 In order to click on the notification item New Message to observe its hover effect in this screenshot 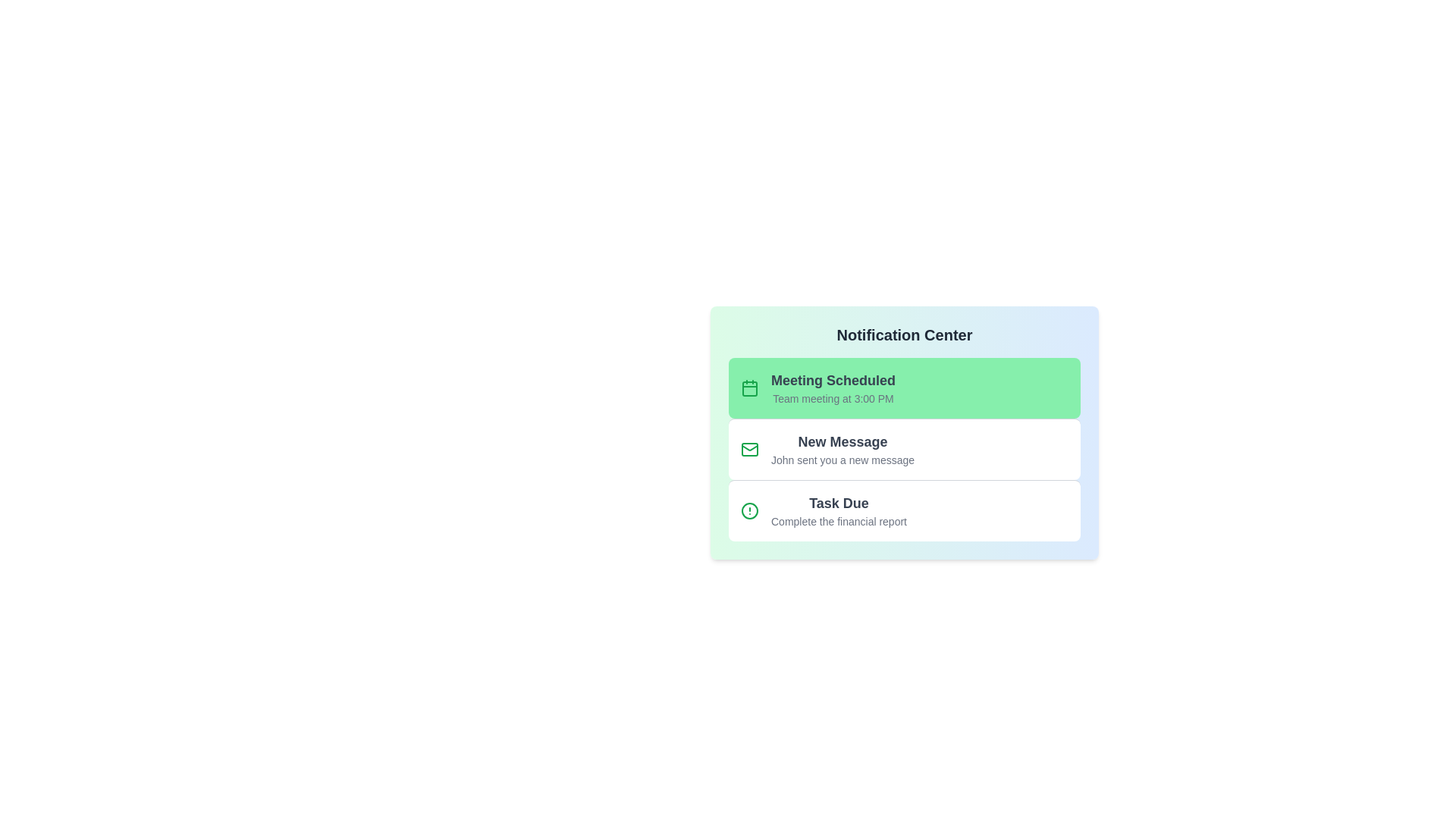, I will do `click(905, 447)`.